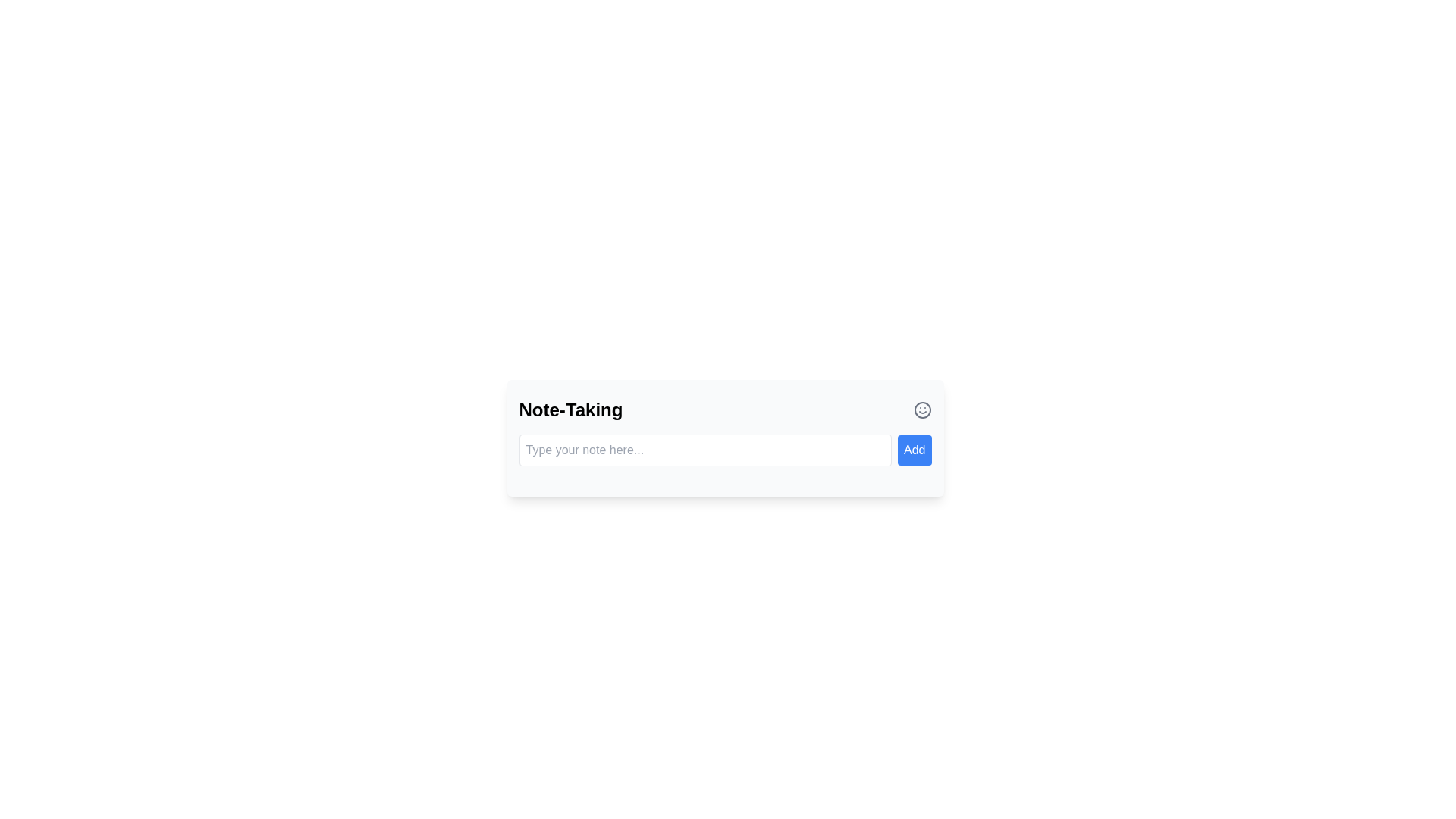 Image resolution: width=1456 pixels, height=819 pixels. What do you see at coordinates (914, 450) in the screenshot?
I see `the button positioned to the right of the text input field` at bounding box center [914, 450].